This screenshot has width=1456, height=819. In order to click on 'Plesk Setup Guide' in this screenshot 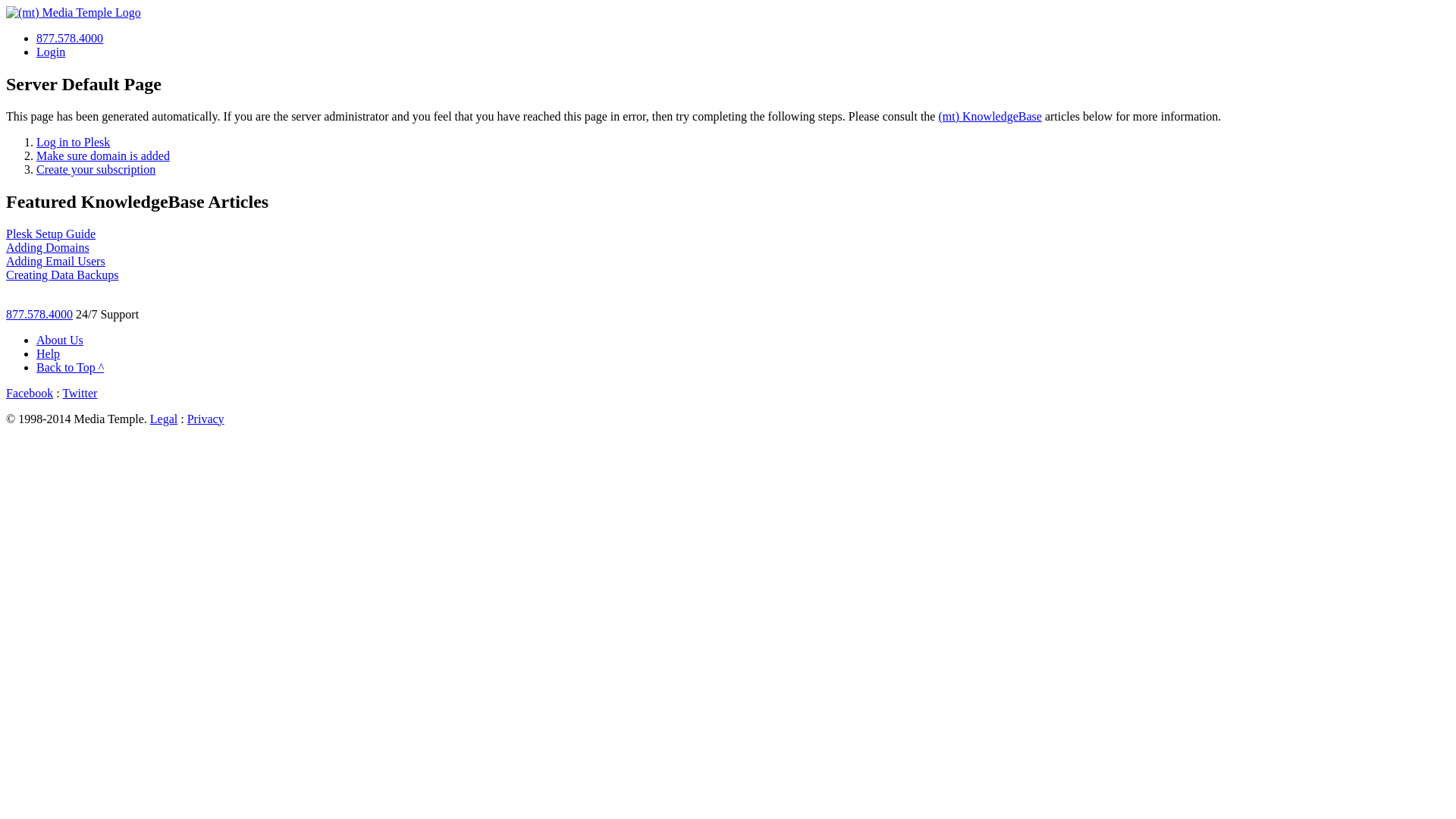, I will do `click(51, 234)`.